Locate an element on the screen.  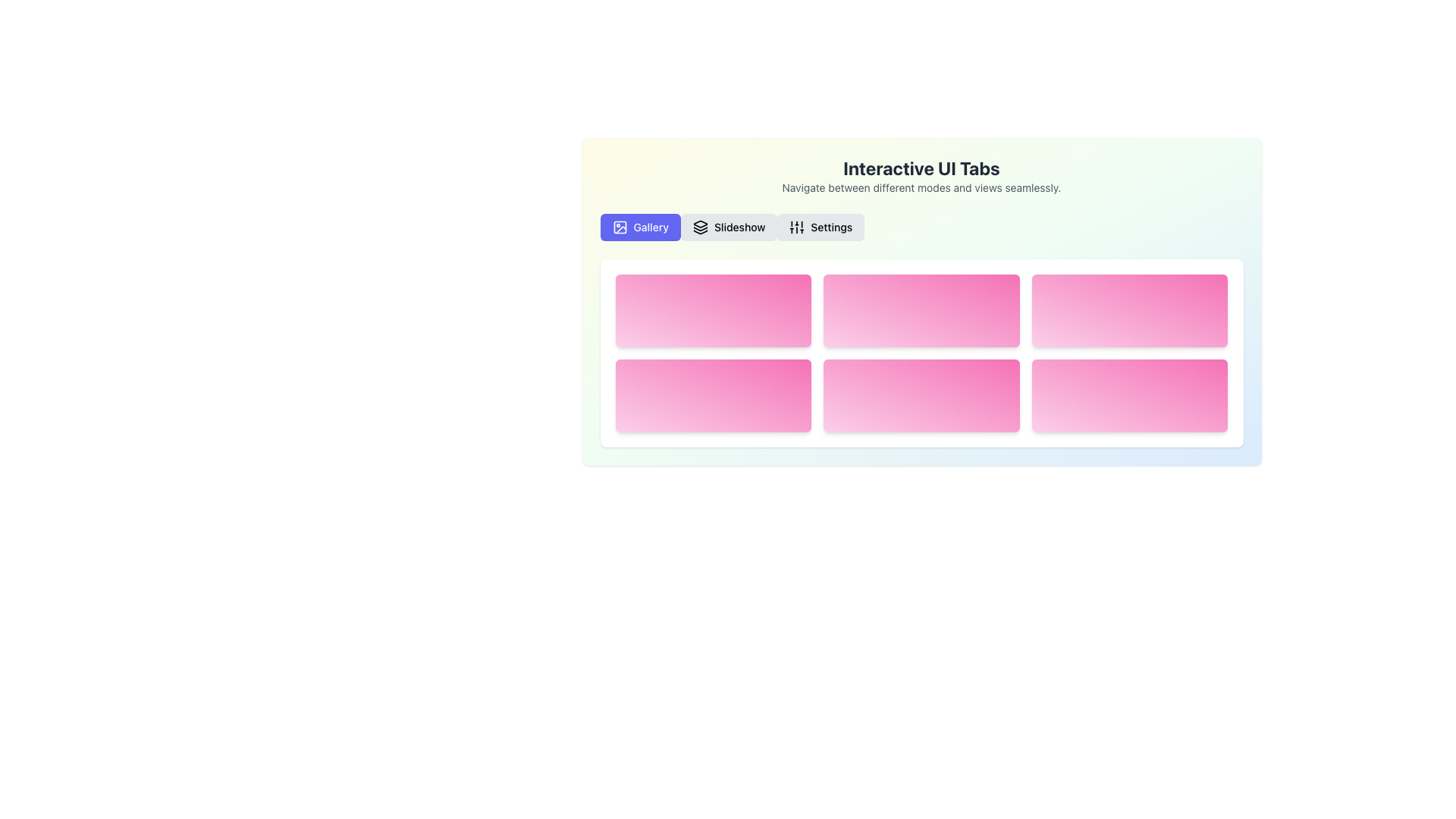
the 'Gallery' button in the top-left section of the interface is located at coordinates (640, 227).